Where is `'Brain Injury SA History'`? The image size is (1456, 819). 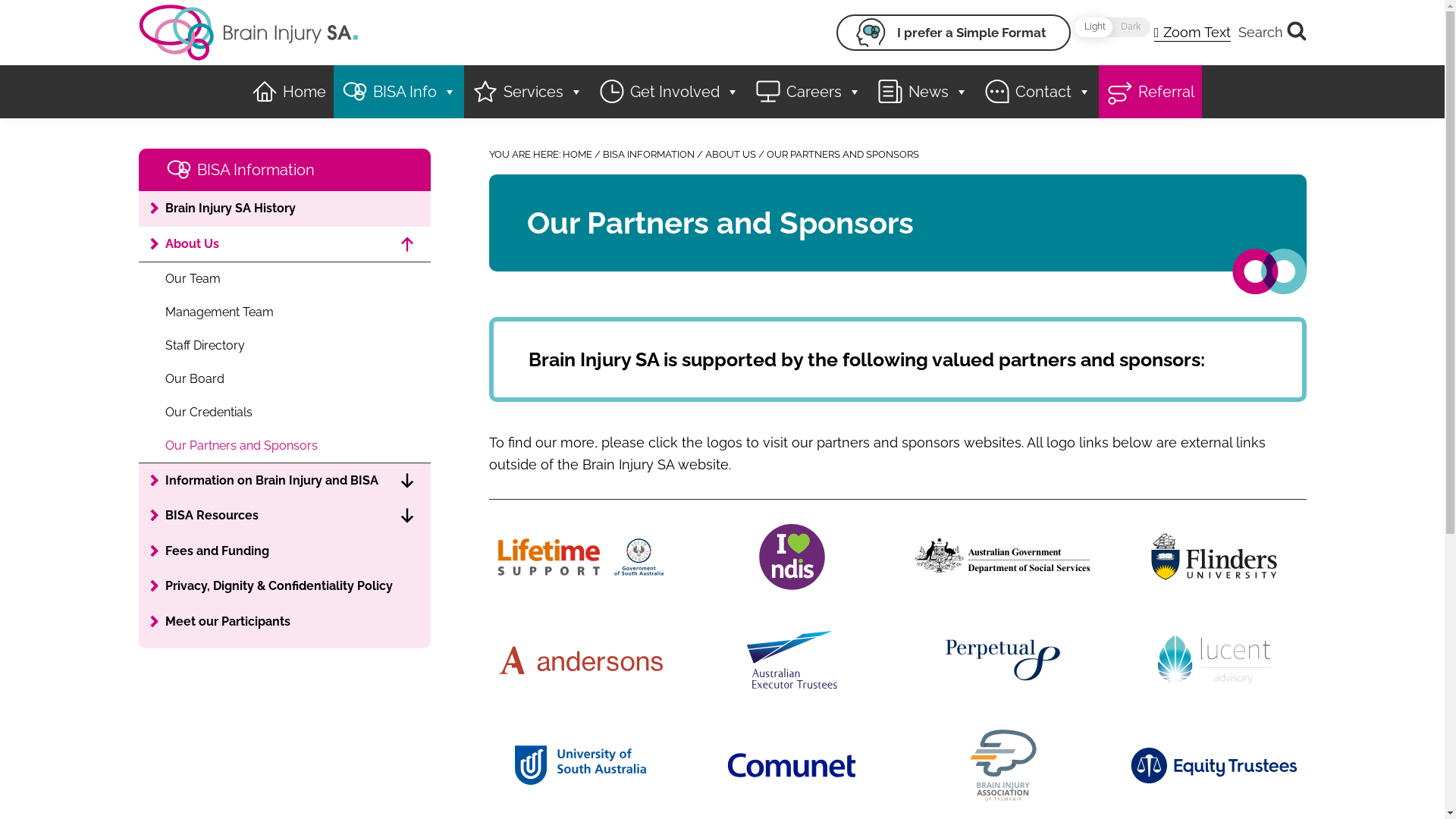
'Brain Injury SA History' is located at coordinates (284, 208).